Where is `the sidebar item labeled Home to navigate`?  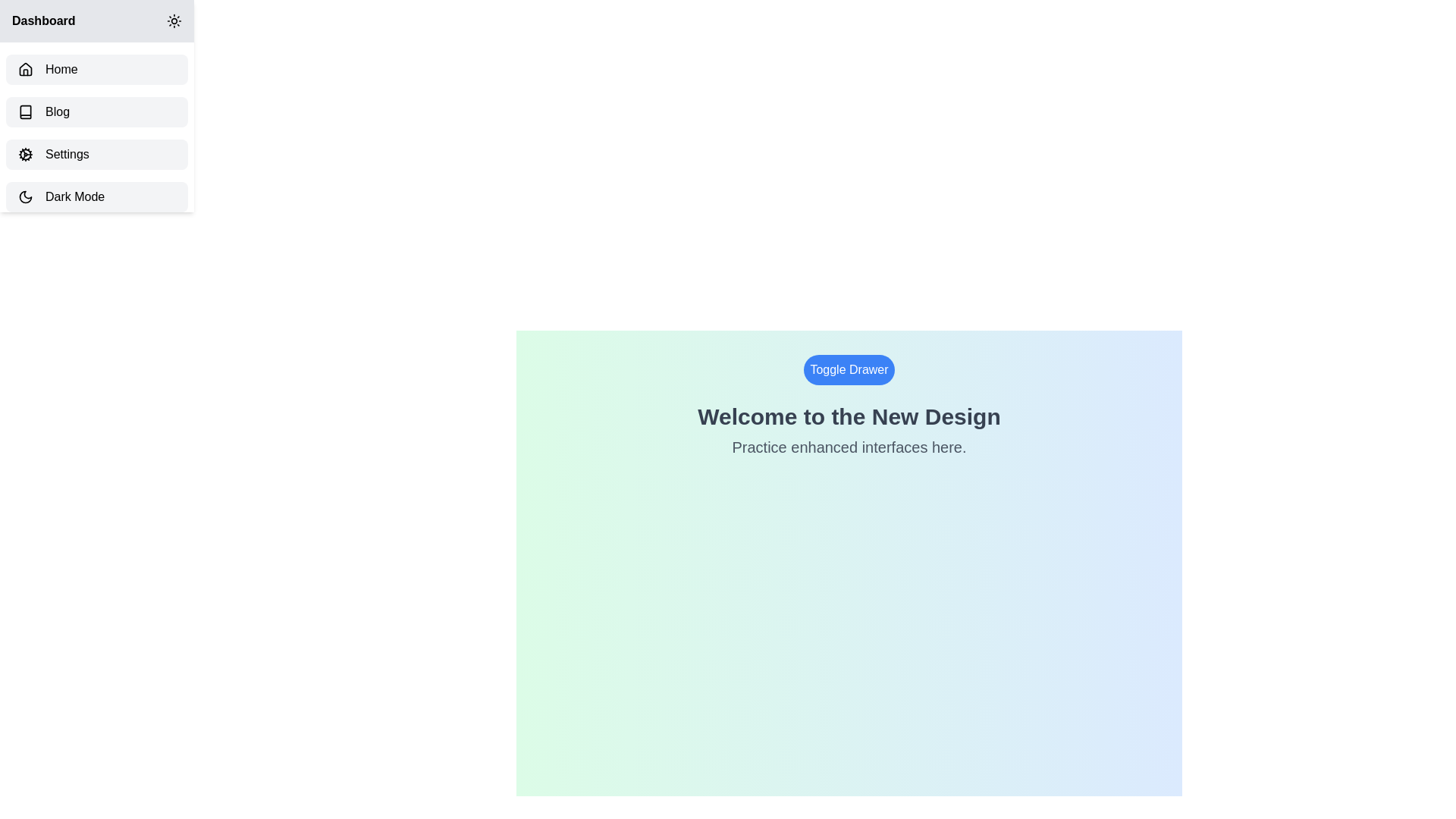 the sidebar item labeled Home to navigate is located at coordinates (96, 70).